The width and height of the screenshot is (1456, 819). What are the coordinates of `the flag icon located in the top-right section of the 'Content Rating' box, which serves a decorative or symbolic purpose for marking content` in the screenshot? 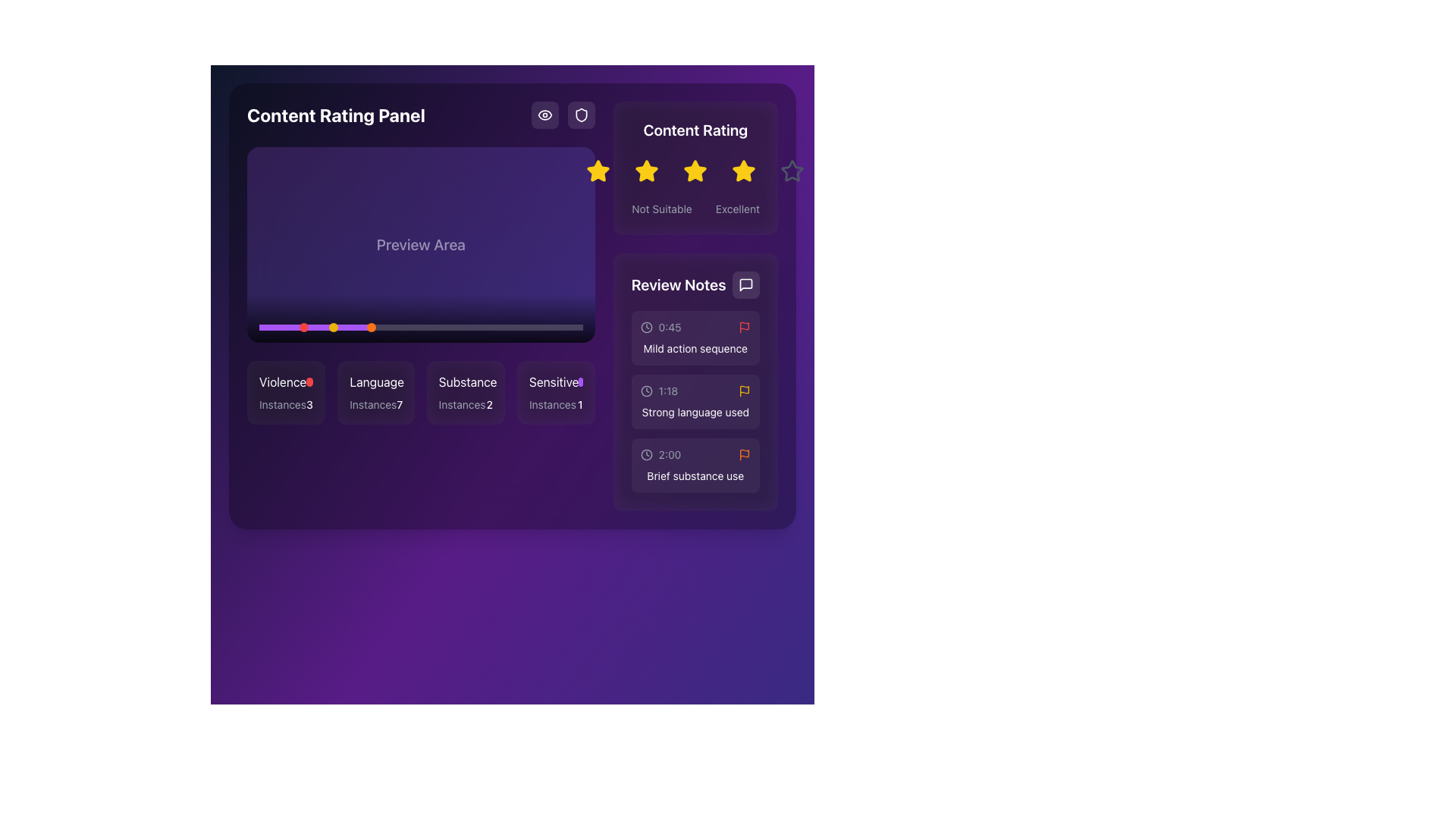 It's located at (744, 388).